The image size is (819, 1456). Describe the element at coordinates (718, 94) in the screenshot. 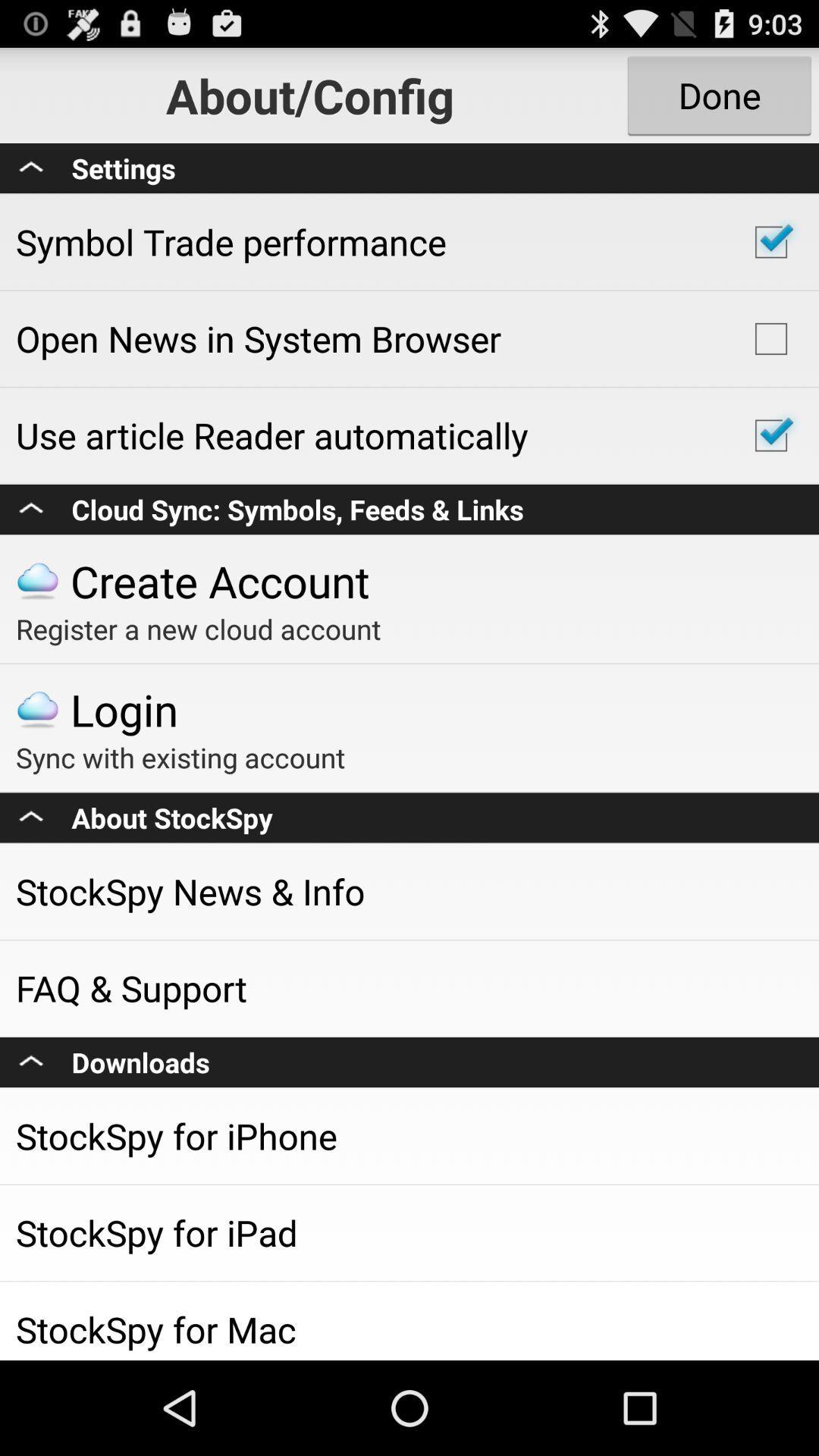

I see `the done at the top right corner` at that location.